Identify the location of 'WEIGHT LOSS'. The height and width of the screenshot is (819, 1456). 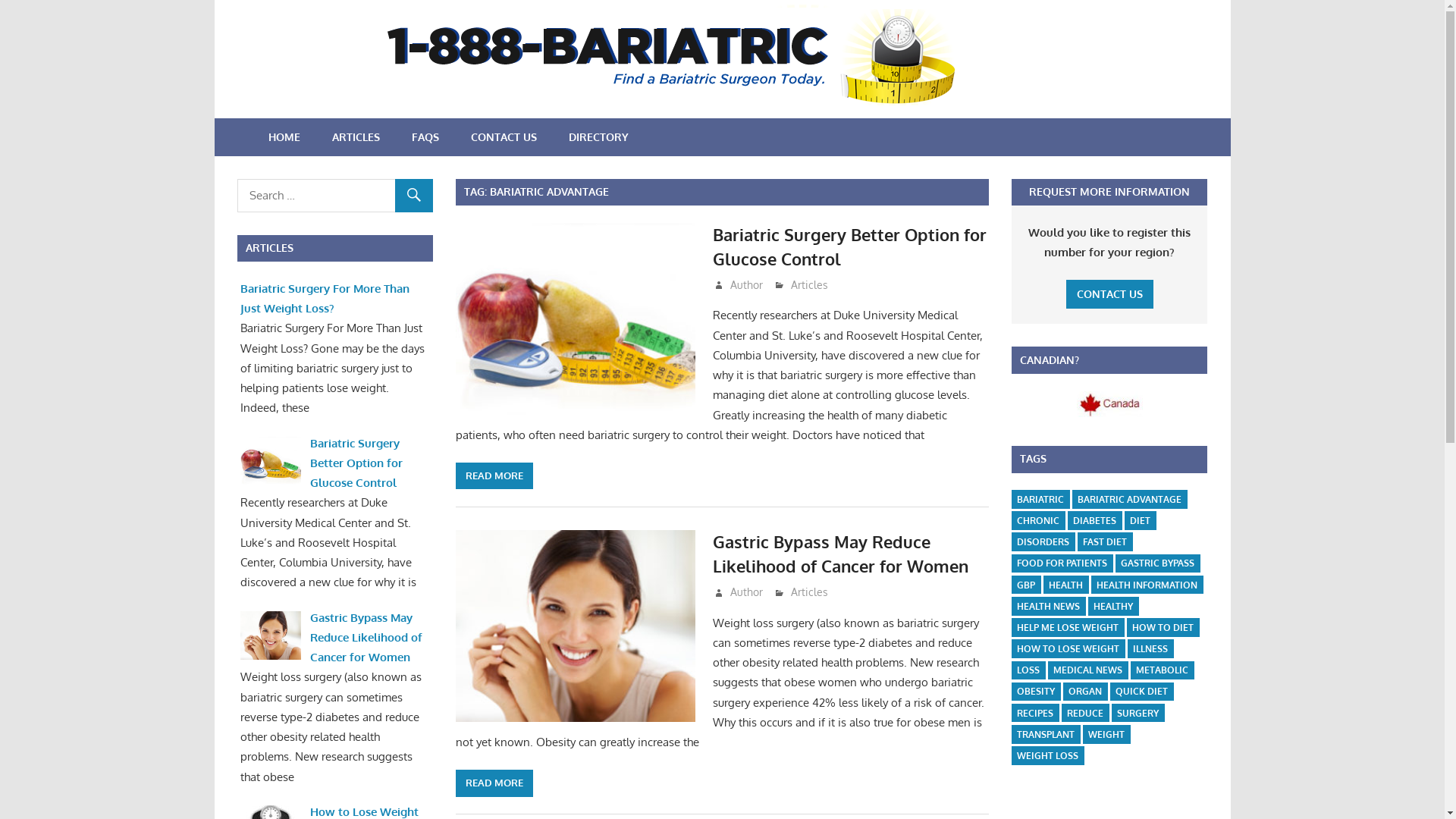
(1046, 755).